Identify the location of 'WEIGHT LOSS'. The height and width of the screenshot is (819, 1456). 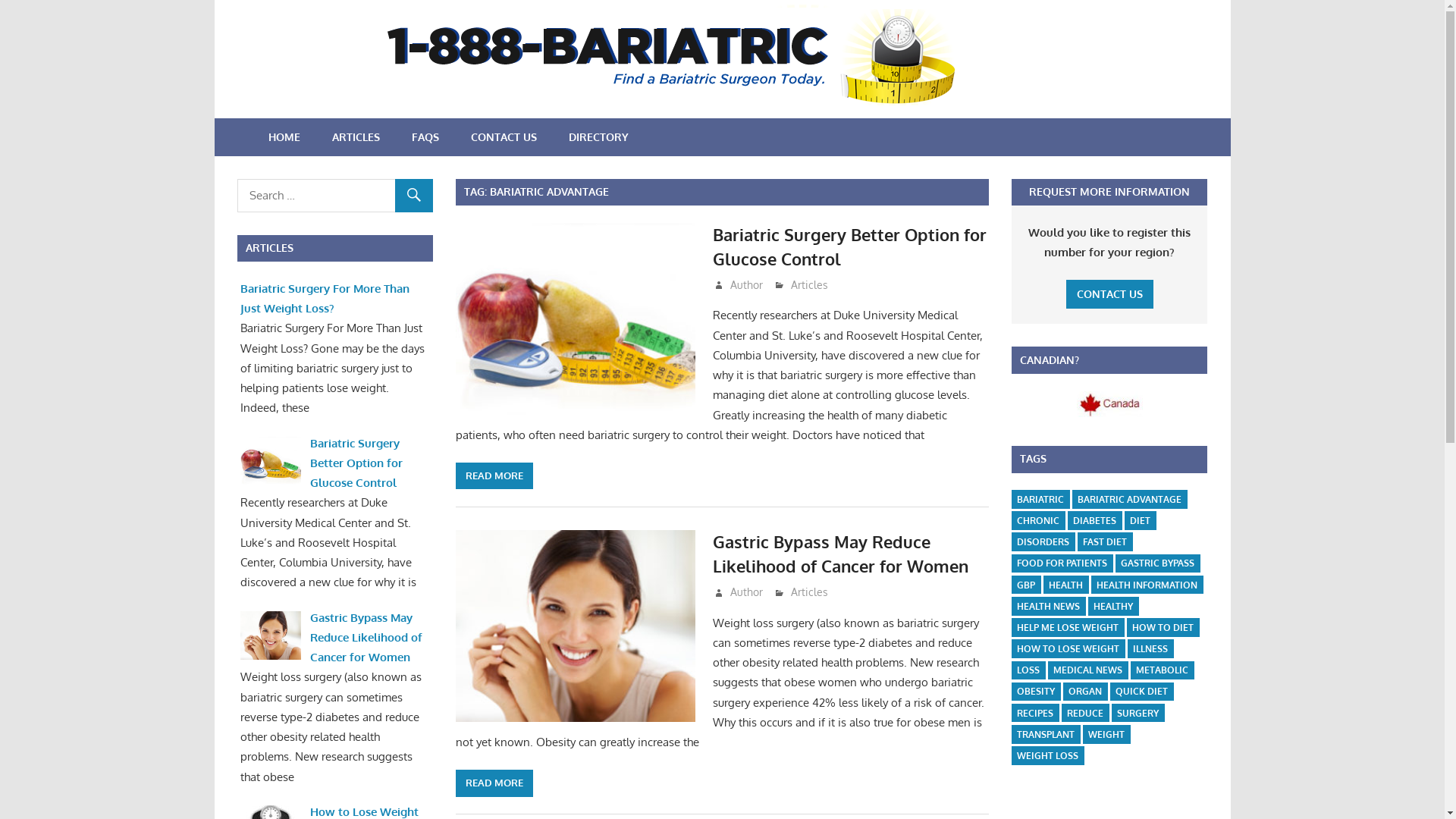
(1046, 755).